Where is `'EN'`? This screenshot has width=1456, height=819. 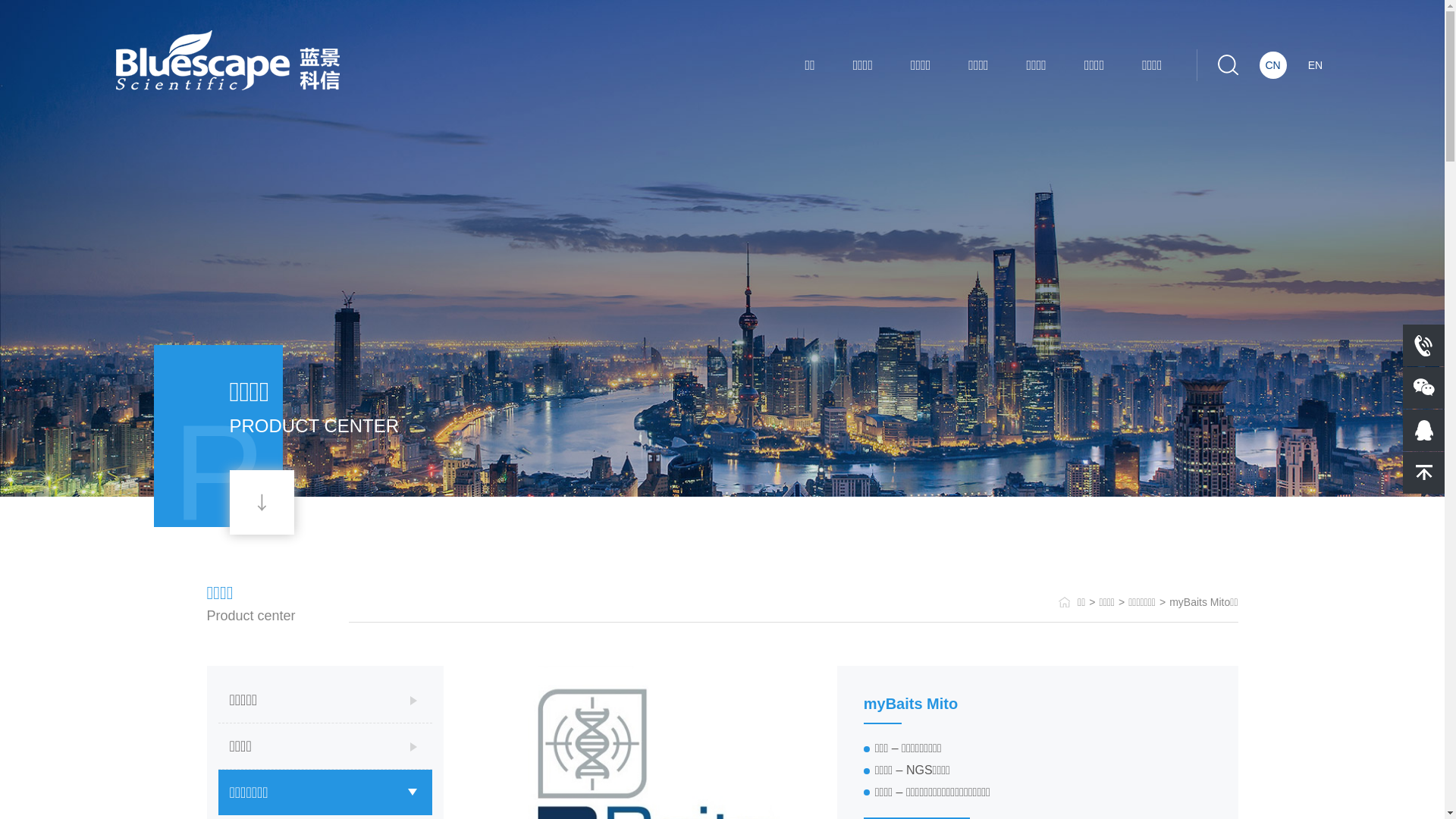
'EN' is located at coordinates (1313, 64).